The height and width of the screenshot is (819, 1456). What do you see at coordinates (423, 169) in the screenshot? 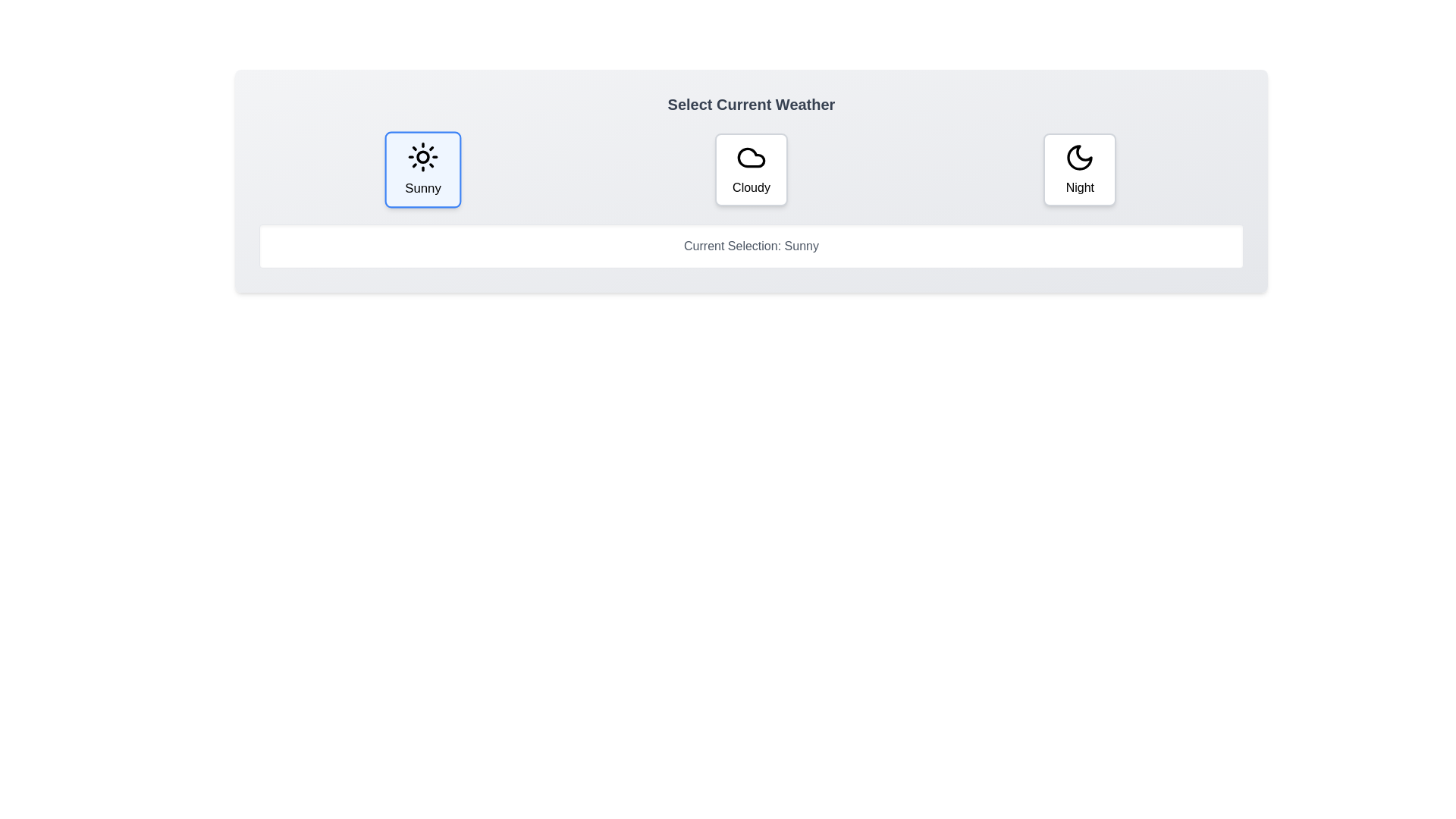
I see `the button corresponding to the weather option Sunny` at bounding box center [423, 169].